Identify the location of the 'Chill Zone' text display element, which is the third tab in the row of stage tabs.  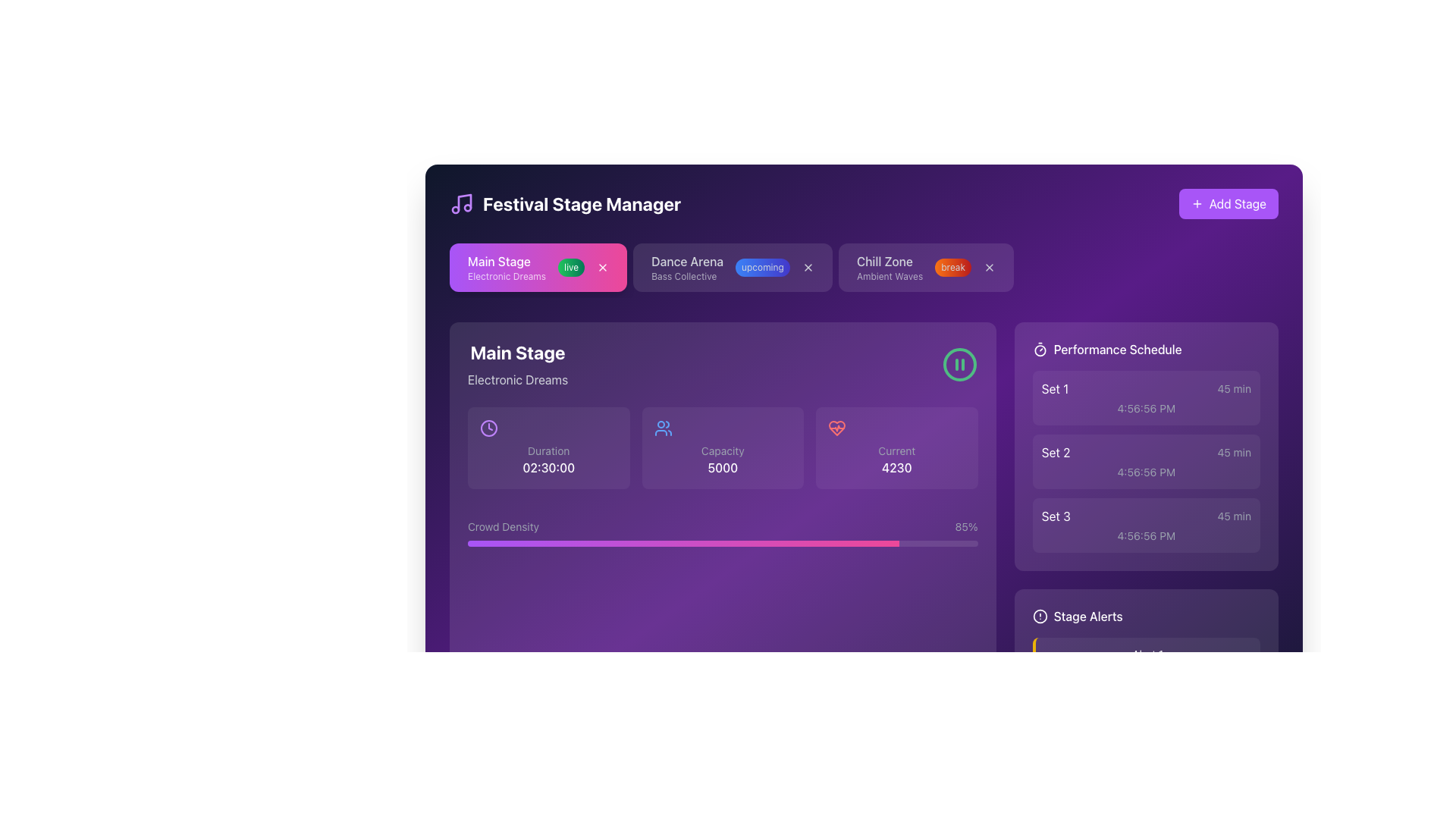
(890, 267).